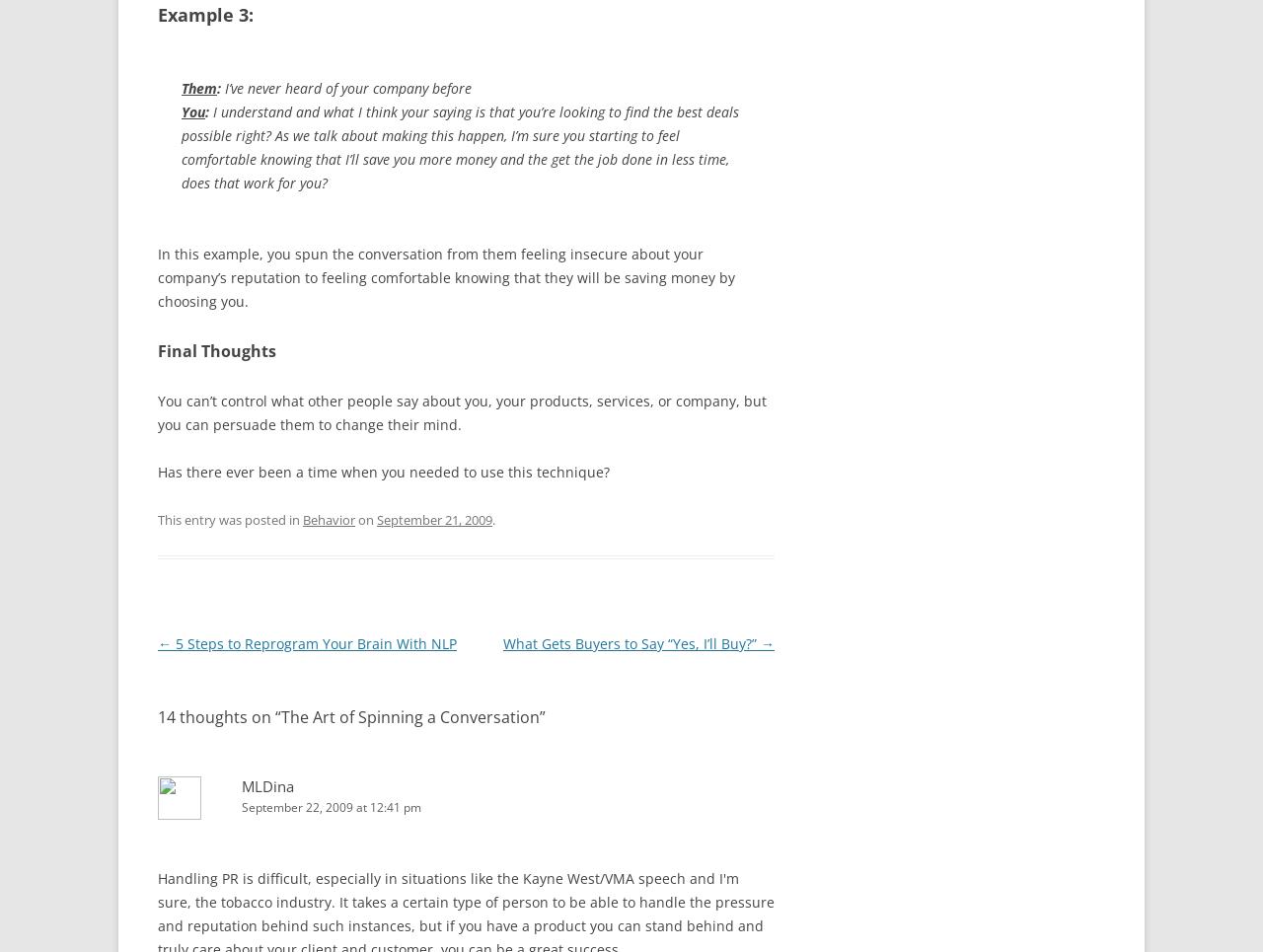  I want to click on 'The Art of Spinning a Conversation', so click(409, 717).